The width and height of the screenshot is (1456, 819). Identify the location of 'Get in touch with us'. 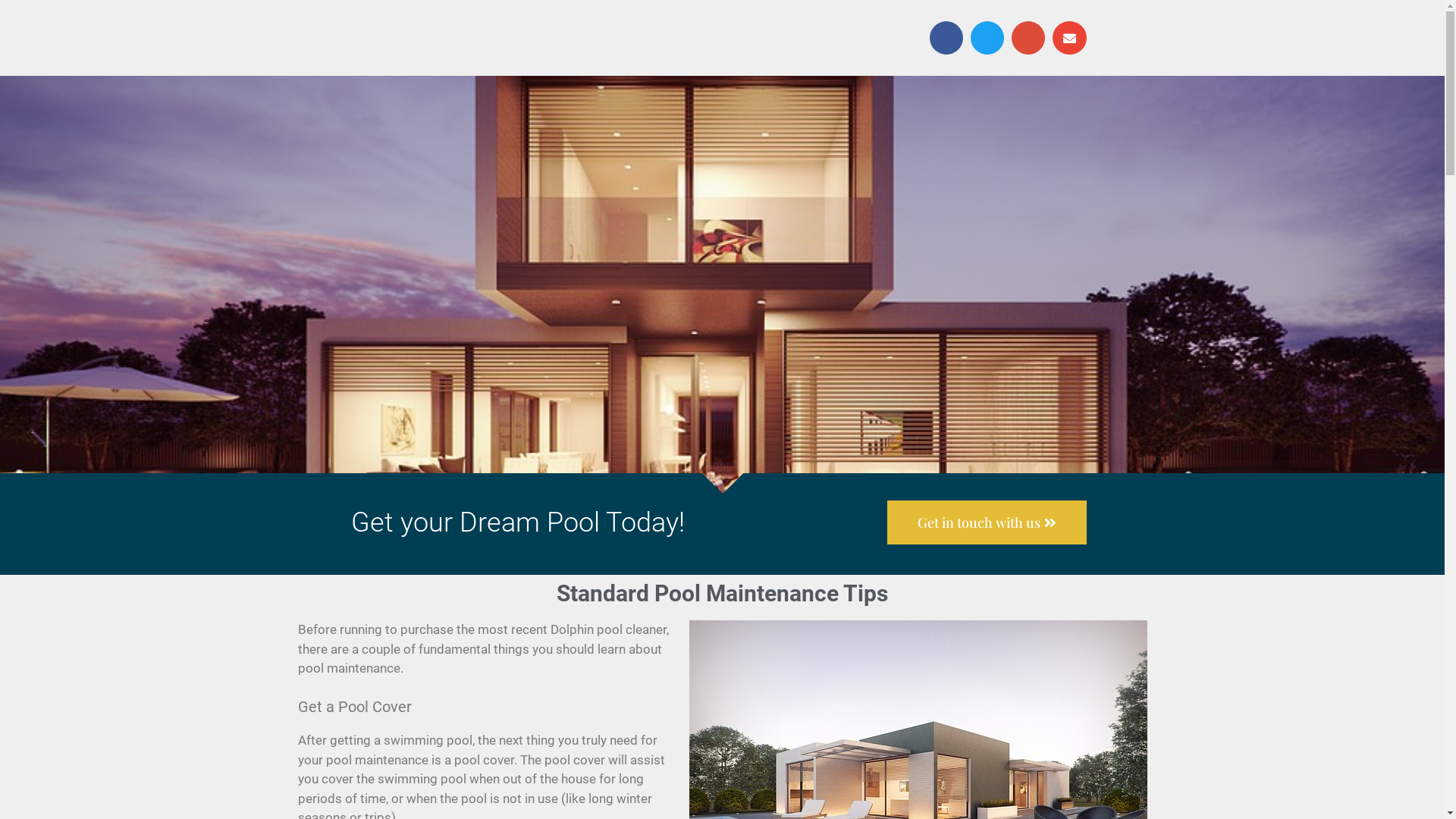
(987, 522).